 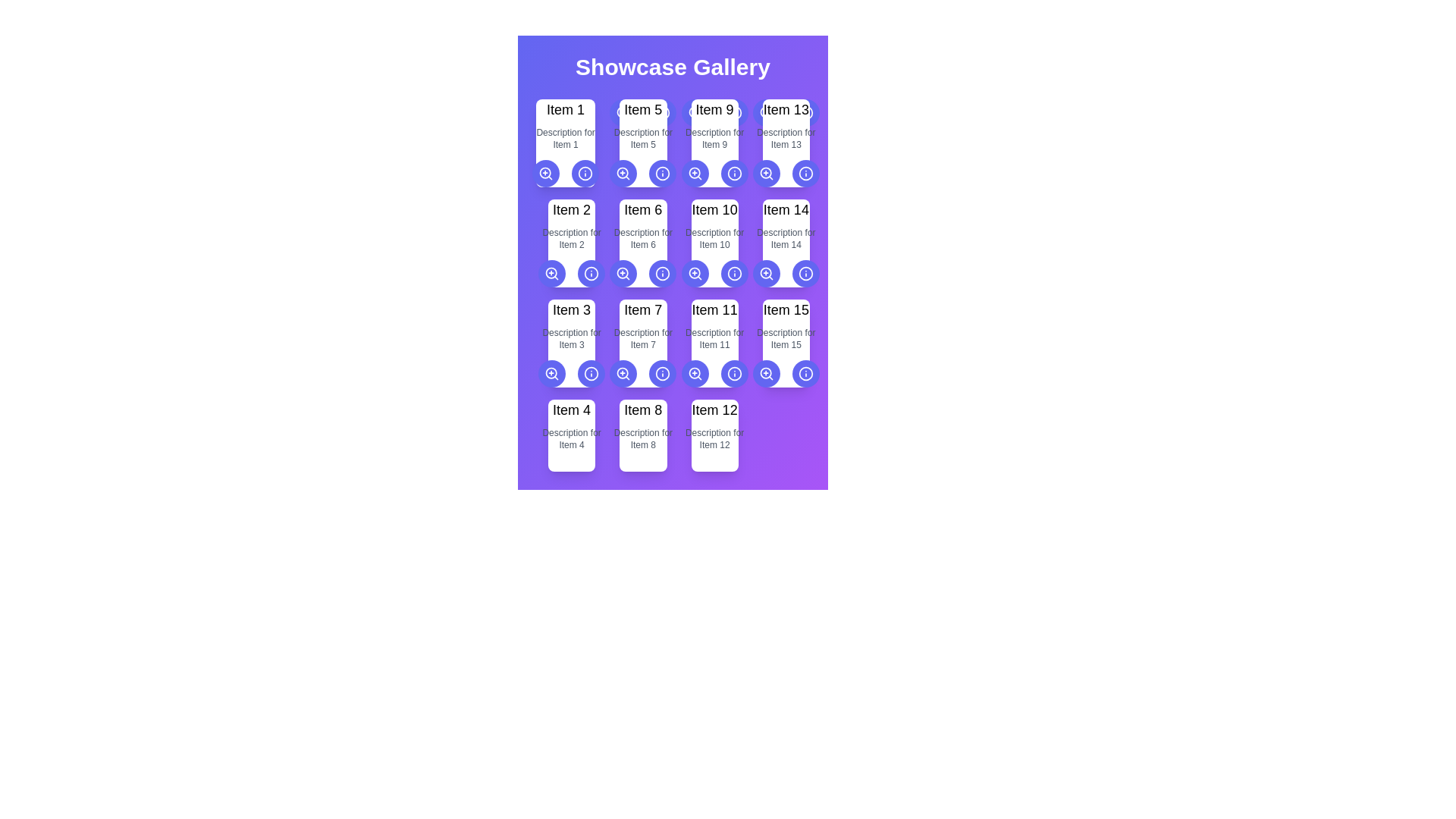 I want to click on the circular shape of the 'info' icon associated with 'Item 5' in the grid layout, so click(x=585, y=172).